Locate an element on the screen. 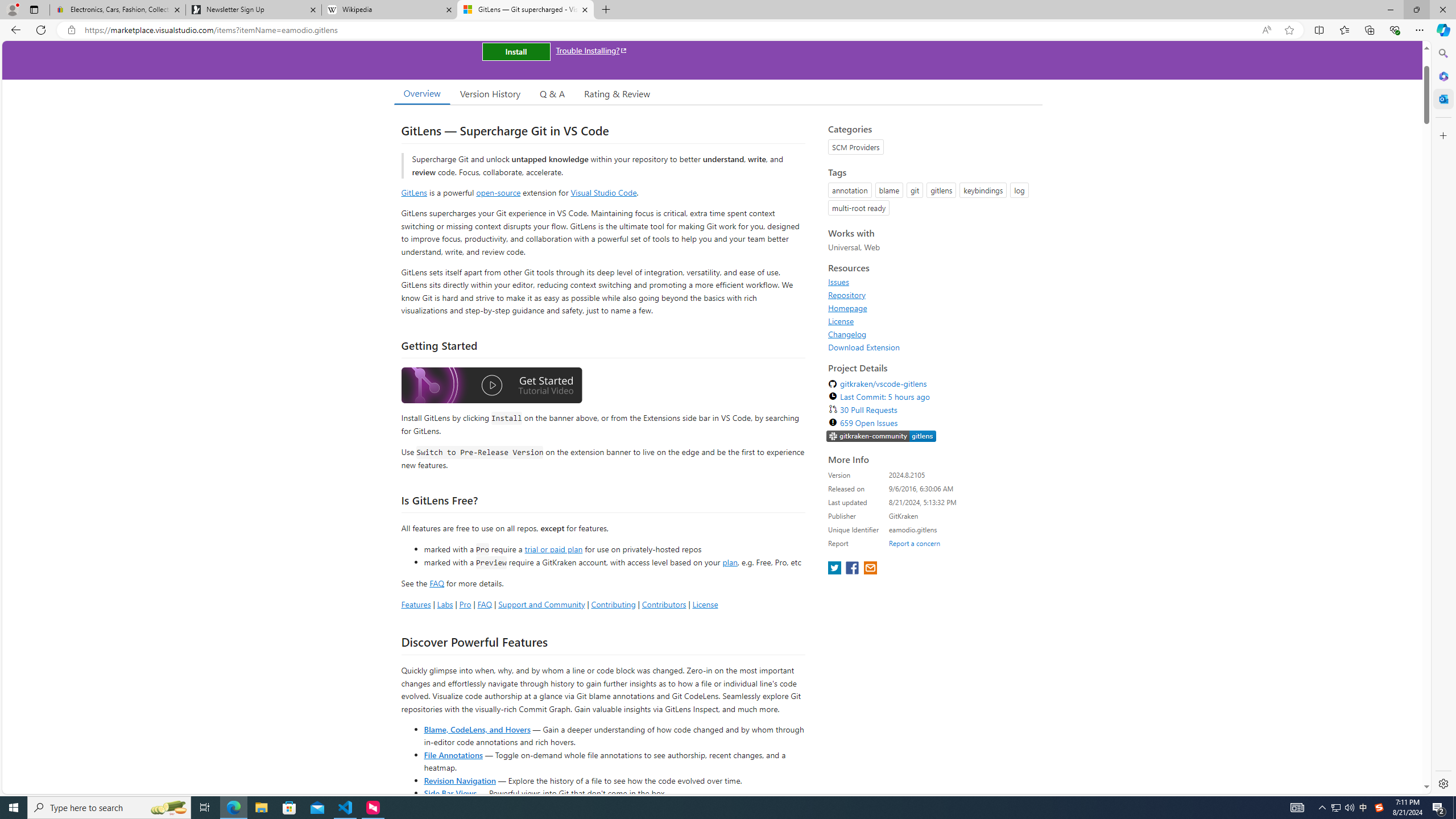 The image size is (1456, 819). 'Repository' is located at coordinates (932, 294).